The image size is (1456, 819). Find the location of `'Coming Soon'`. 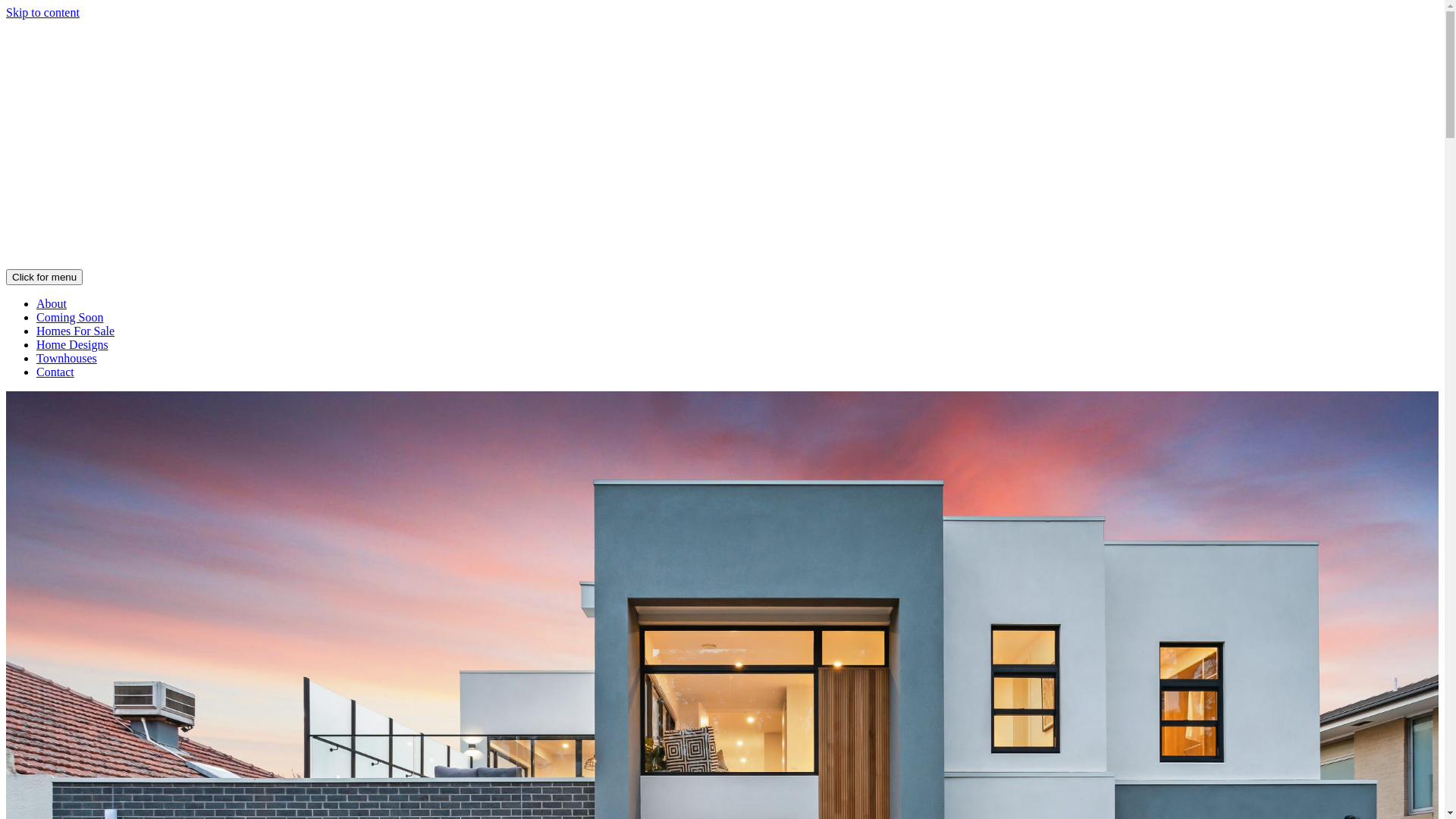

'Coming Soon' is located at coordinates (68, 316).